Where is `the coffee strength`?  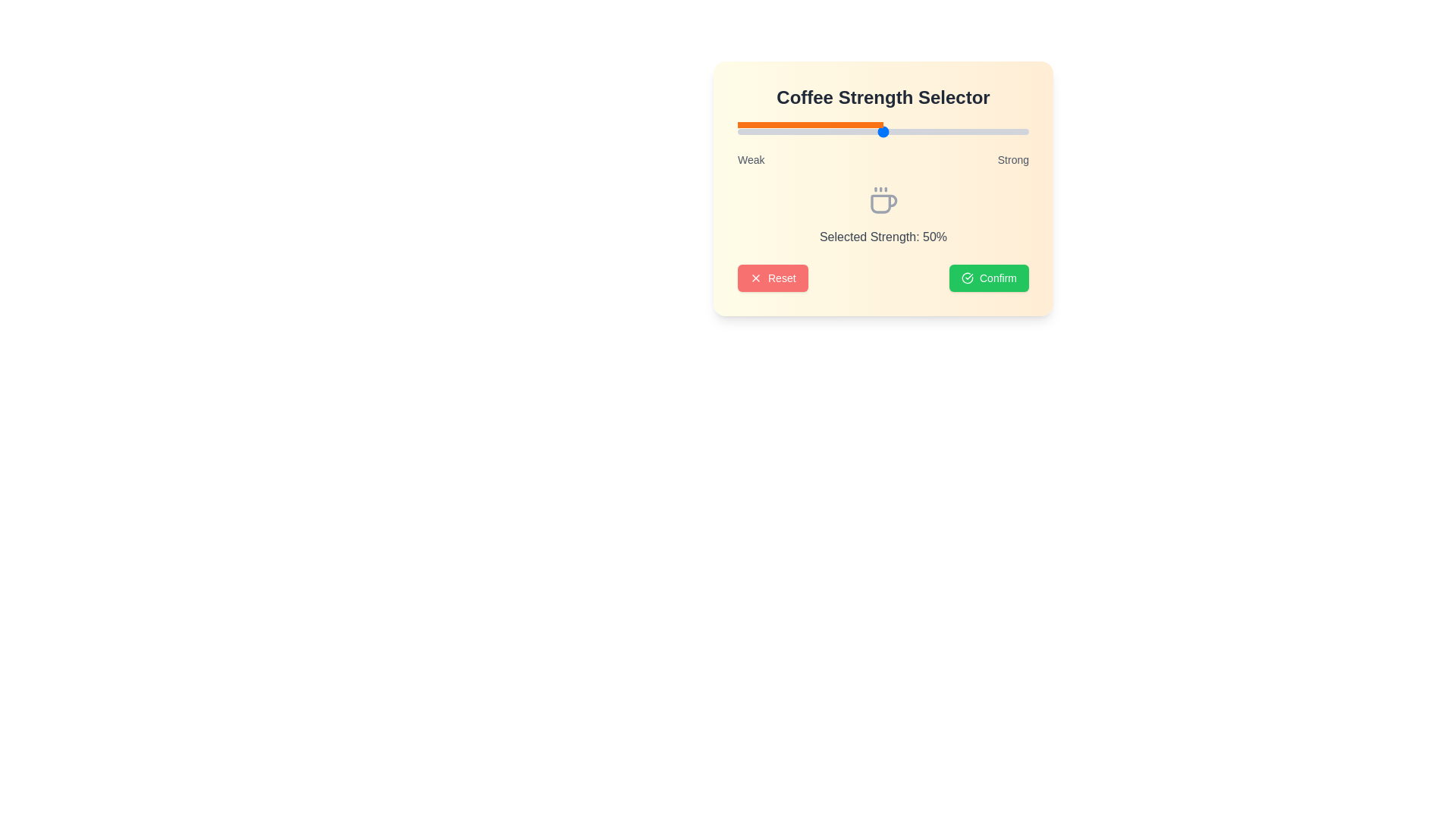
the coffee strength is located at coordinates (827, 130).